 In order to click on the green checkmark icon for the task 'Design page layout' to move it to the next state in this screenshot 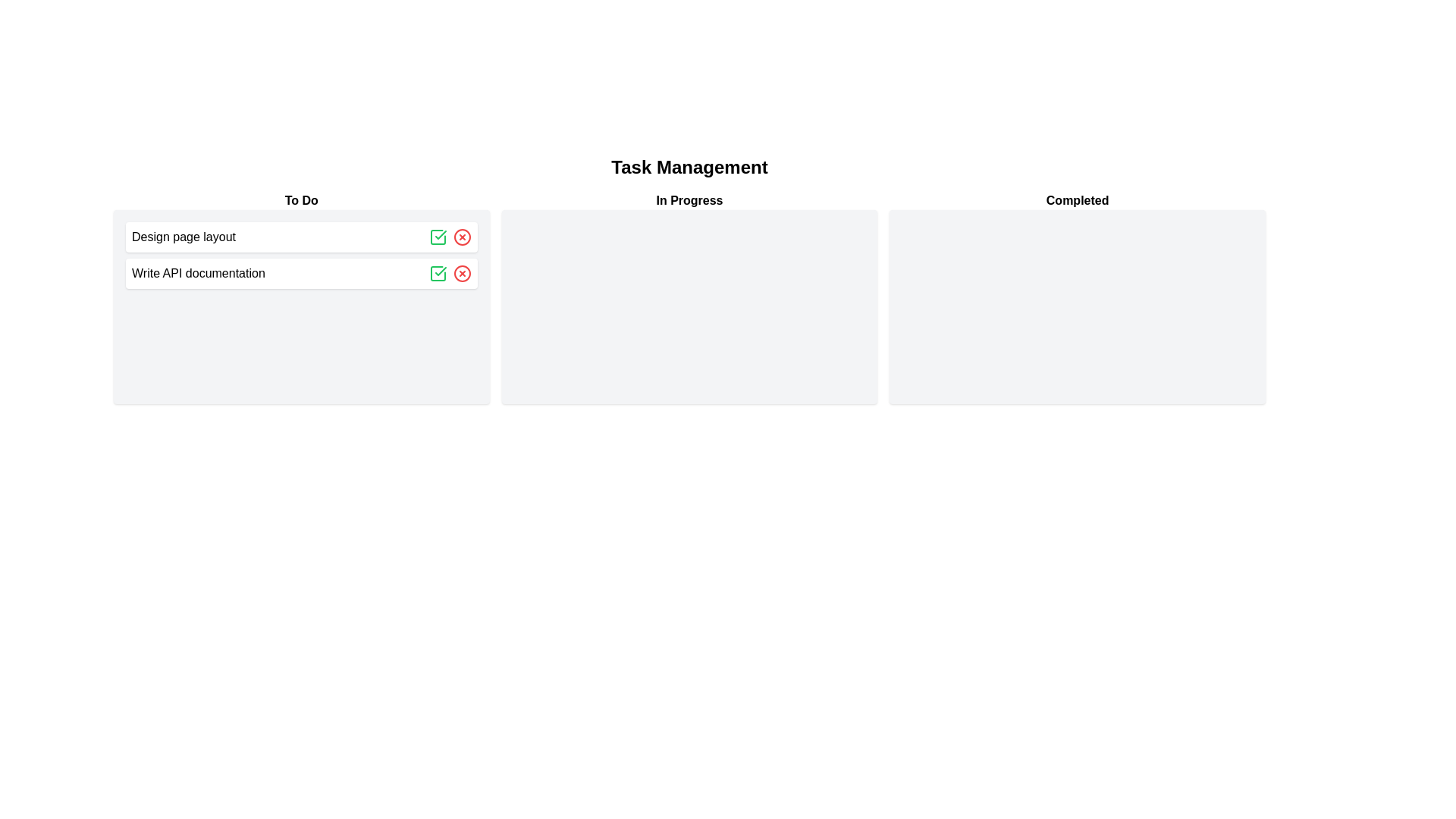, I will do `click(437, 237)`.